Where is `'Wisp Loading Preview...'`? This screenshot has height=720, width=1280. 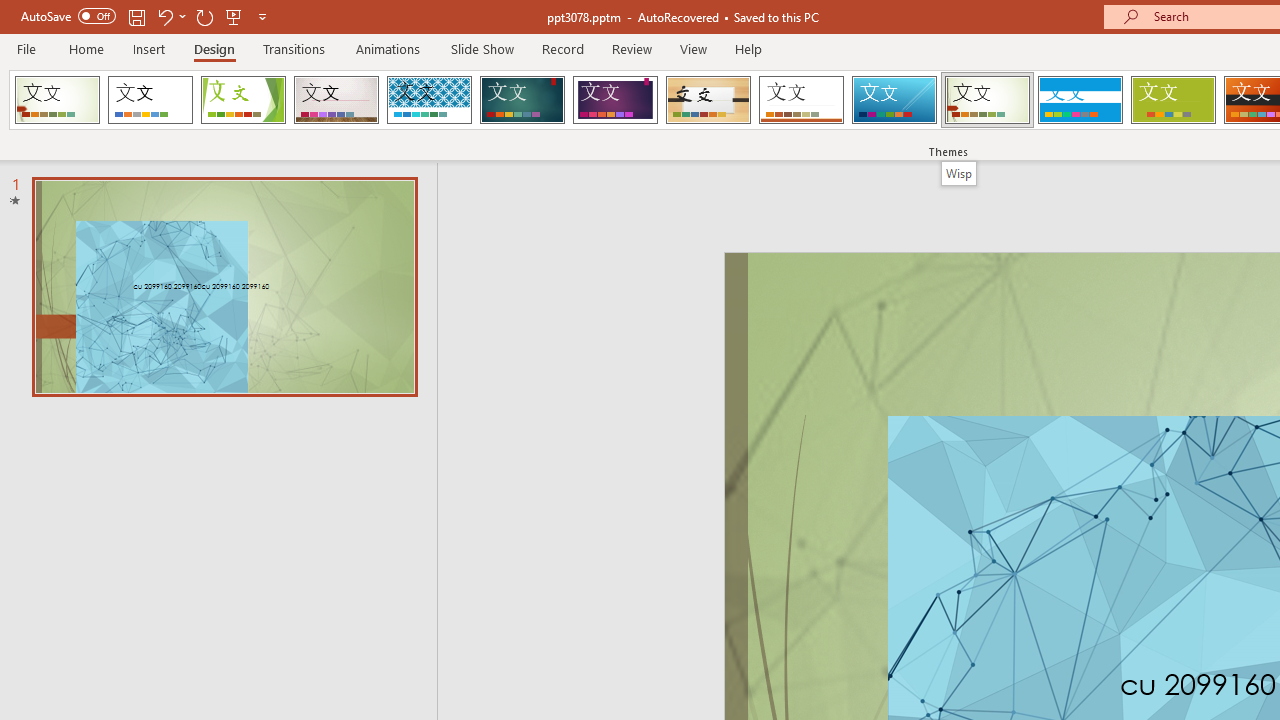
'Wisp Loading Preview...' is located at coordinates (987, 100).